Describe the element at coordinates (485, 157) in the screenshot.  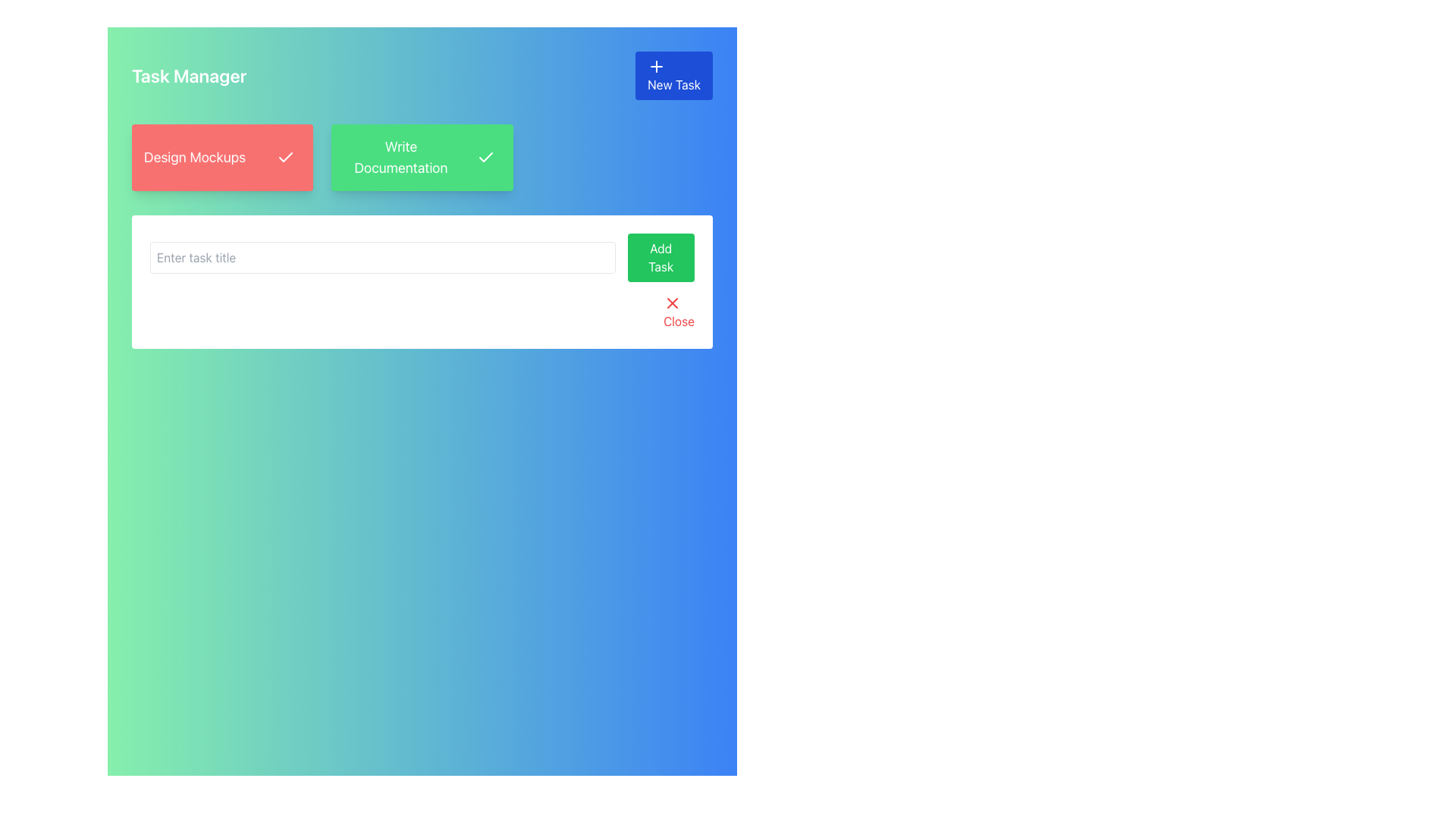
I see `the checkmark icon located on the right side of the 'Write Documentation' button, which indicates selection or task completion` at that location.